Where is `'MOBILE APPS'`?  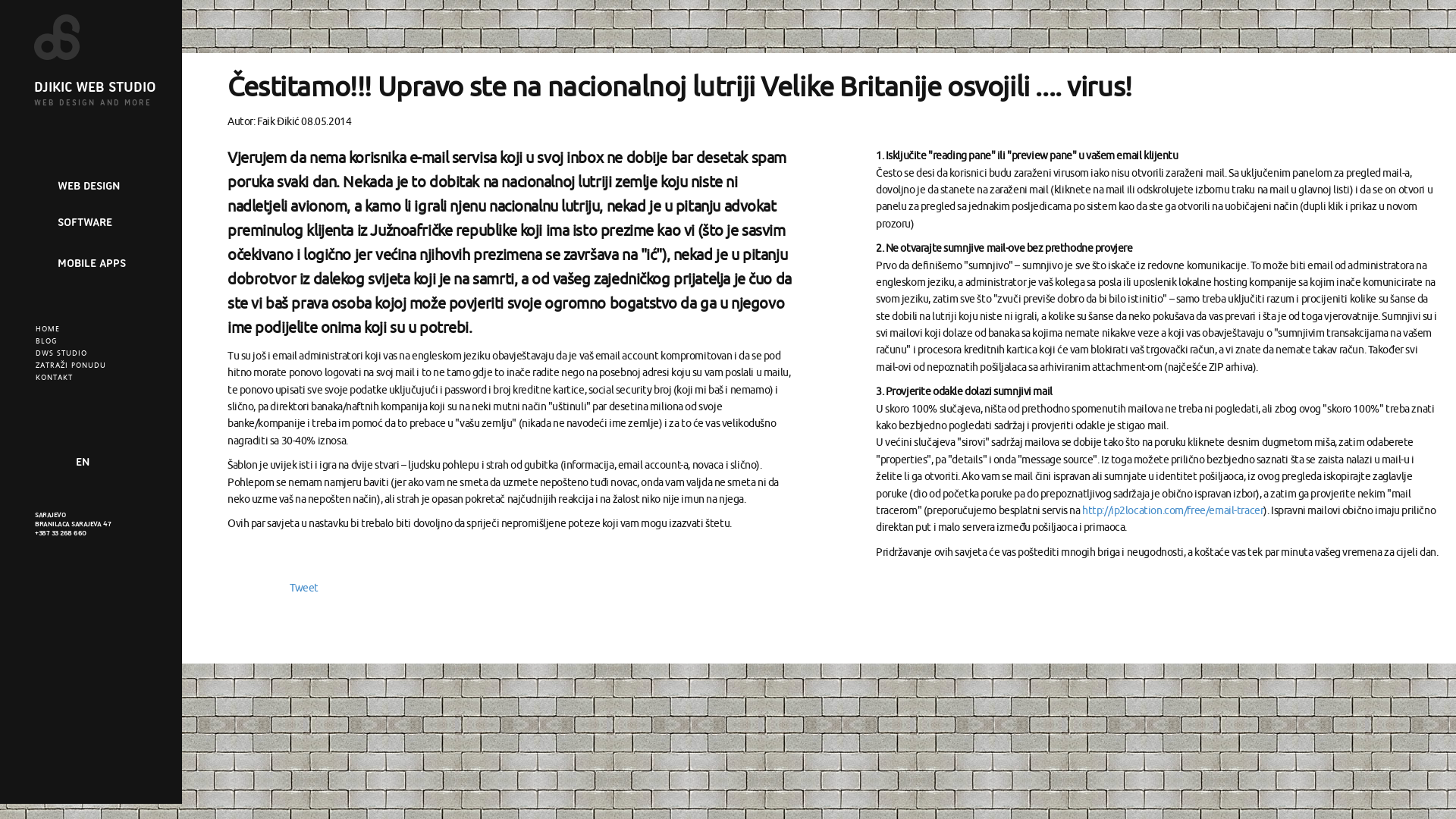
'MOBILE APPS' is located at coordinates (90, 262).